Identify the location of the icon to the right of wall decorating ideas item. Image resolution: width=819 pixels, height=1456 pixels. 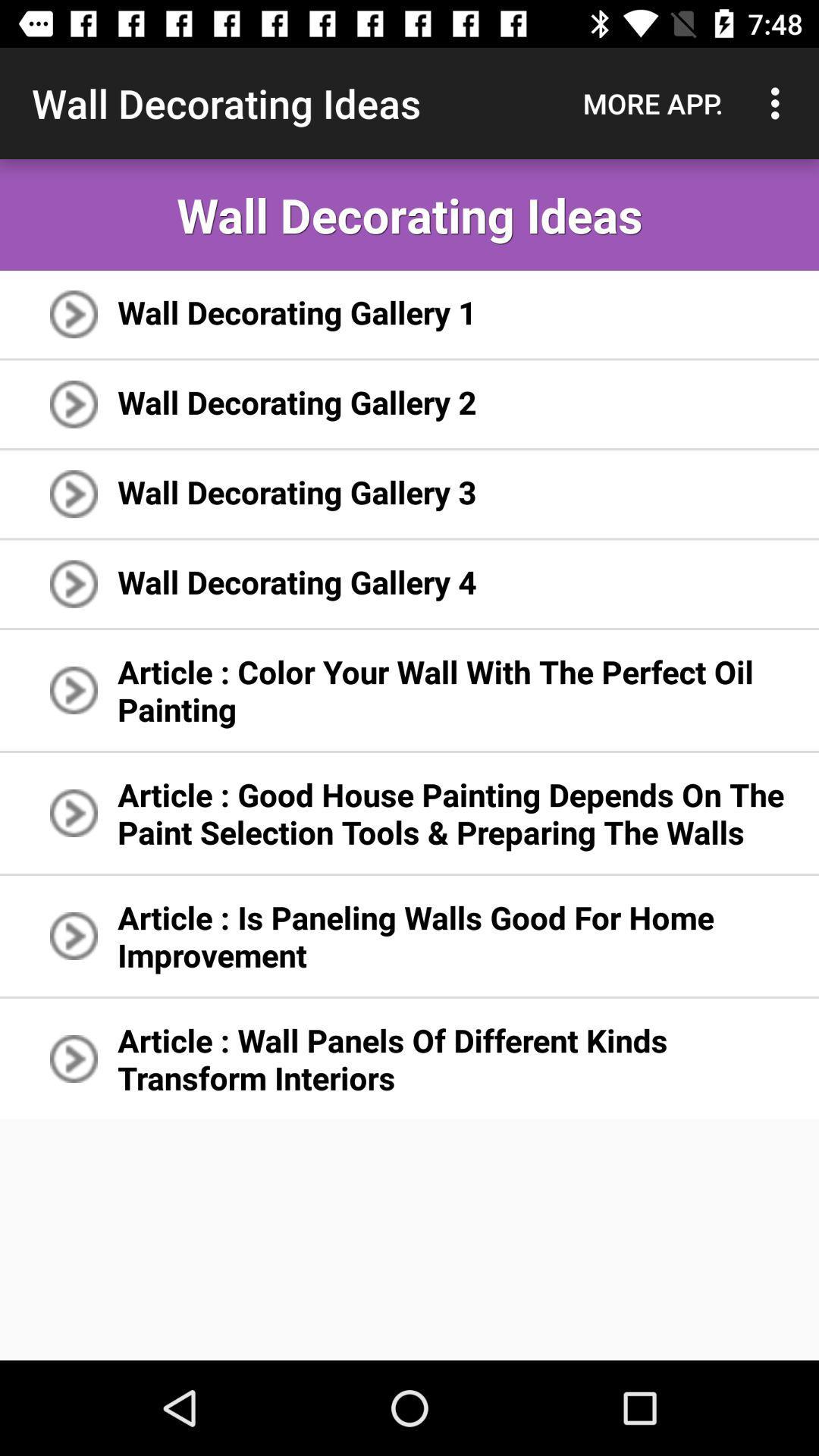
(652, 102).